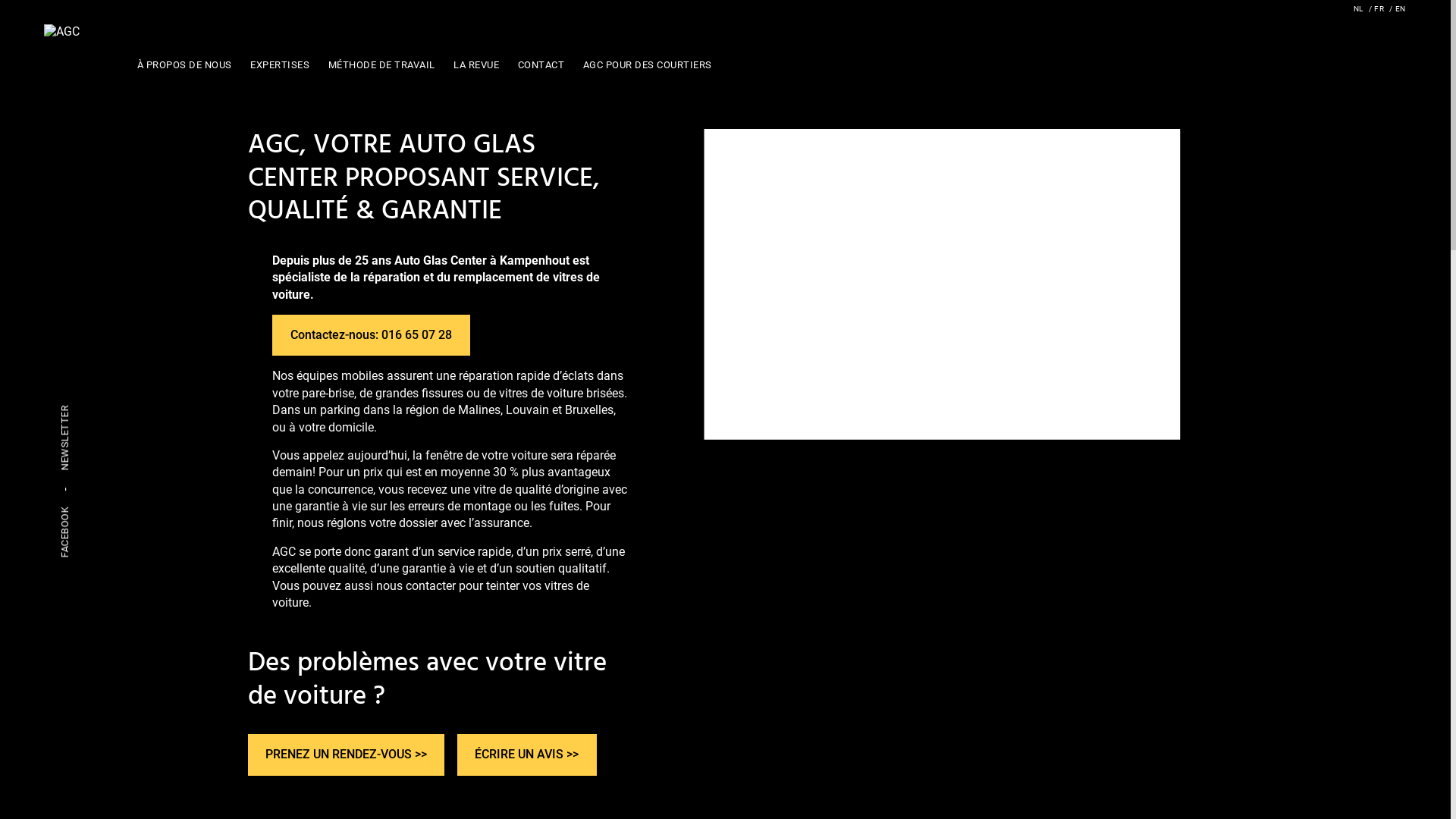 This screenshot has width=1456, height=819. Describe the element at coordinates (576, 63) in the screenshot. I see `'AGC POUR DES COURTIERS'` at that location.